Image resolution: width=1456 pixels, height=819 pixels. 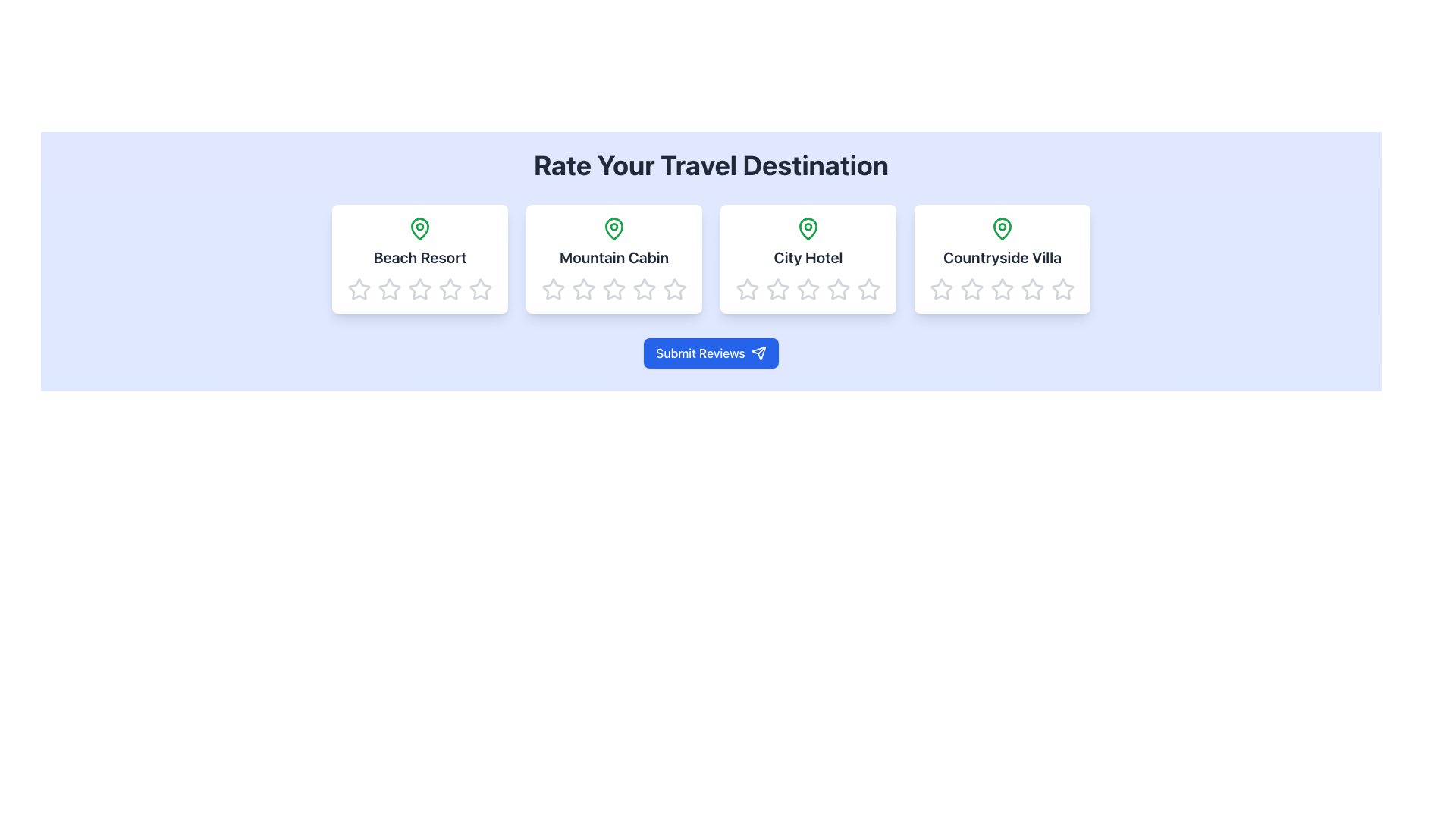 I want to click on the first star icon in the 'City Hotel' card, so click(x=807, y=289).